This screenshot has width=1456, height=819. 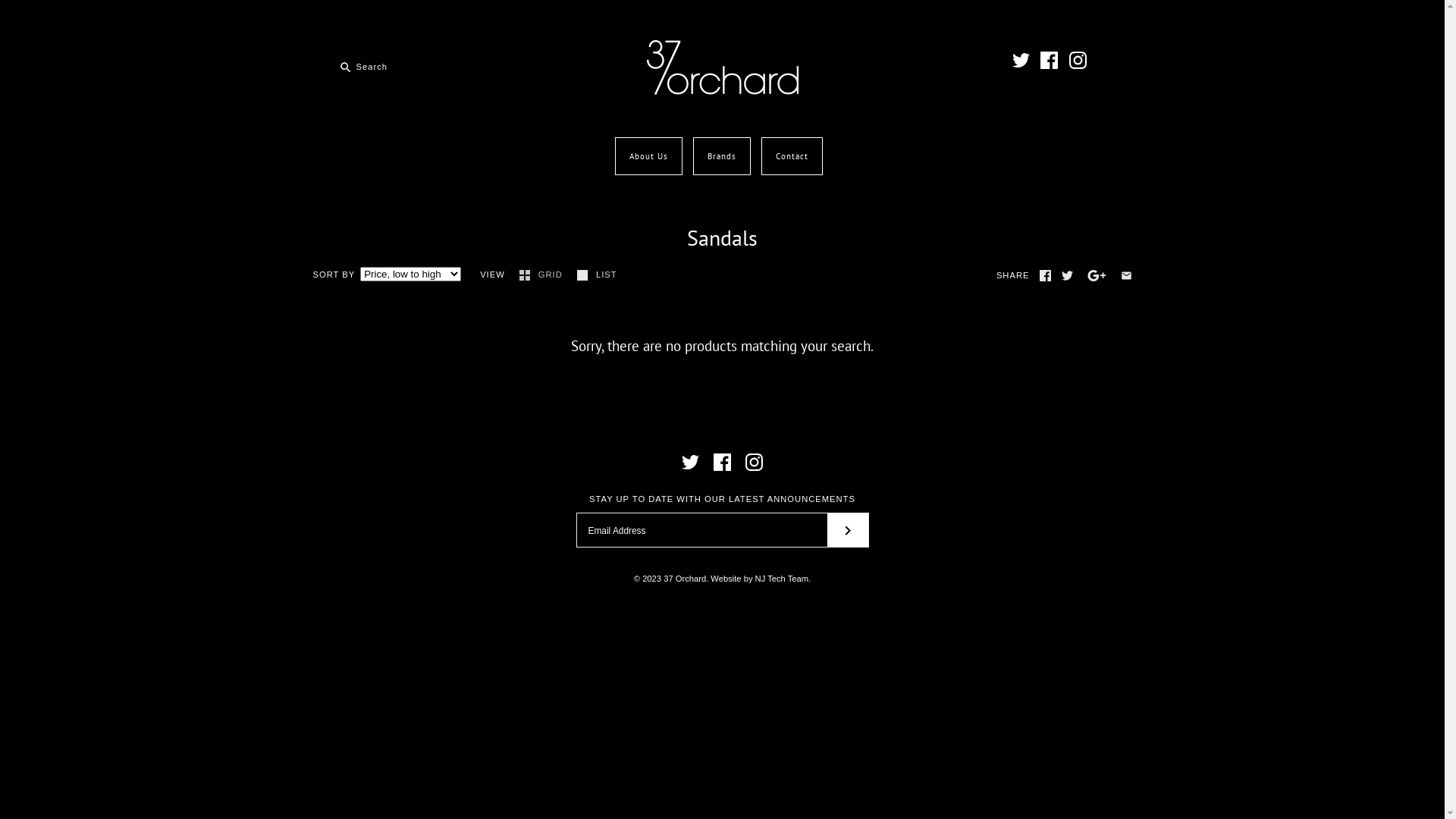 I want to click on 'RIGHT', so click(x=846, y=529).